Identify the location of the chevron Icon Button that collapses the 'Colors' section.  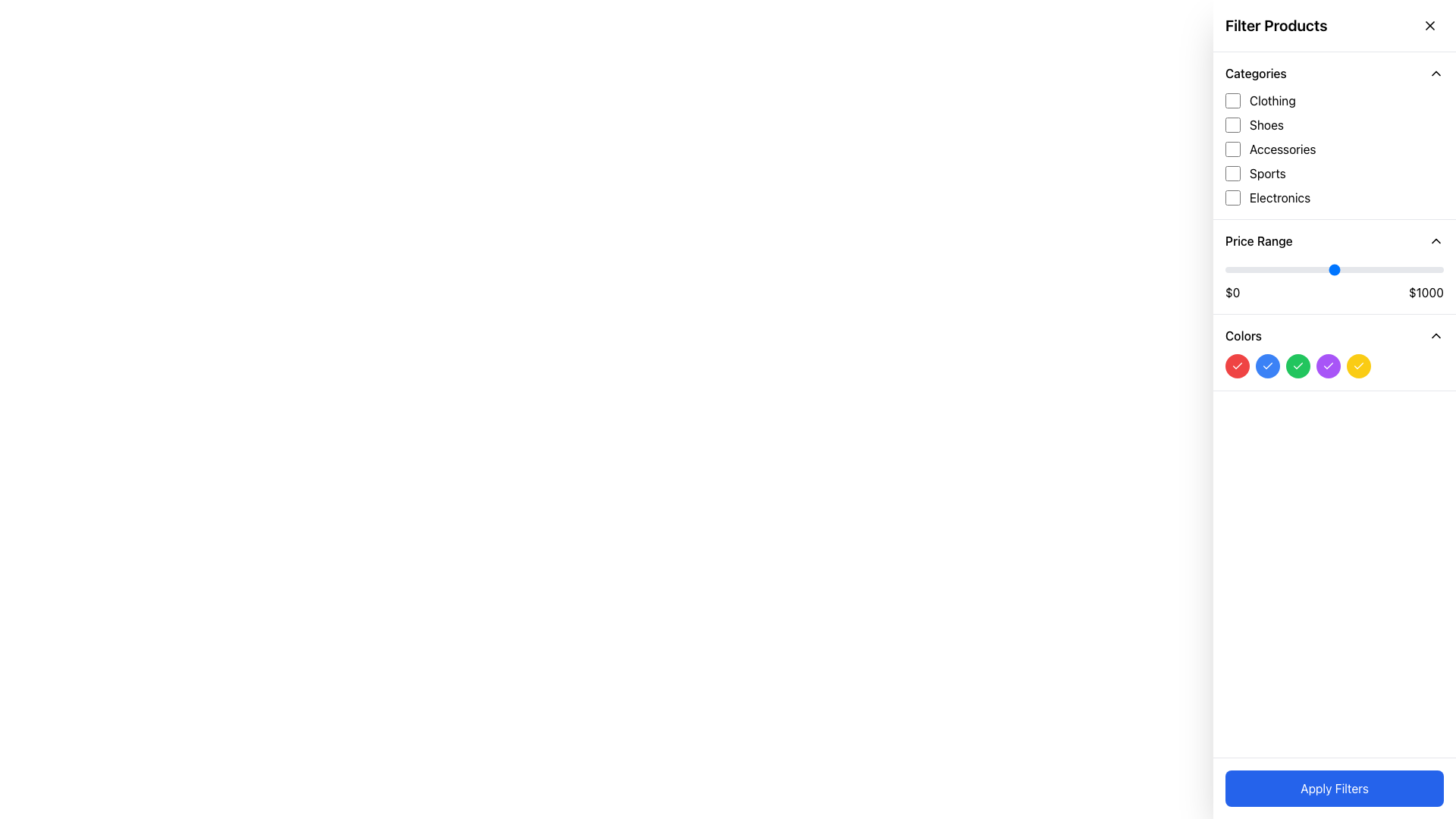
(1436, 335).